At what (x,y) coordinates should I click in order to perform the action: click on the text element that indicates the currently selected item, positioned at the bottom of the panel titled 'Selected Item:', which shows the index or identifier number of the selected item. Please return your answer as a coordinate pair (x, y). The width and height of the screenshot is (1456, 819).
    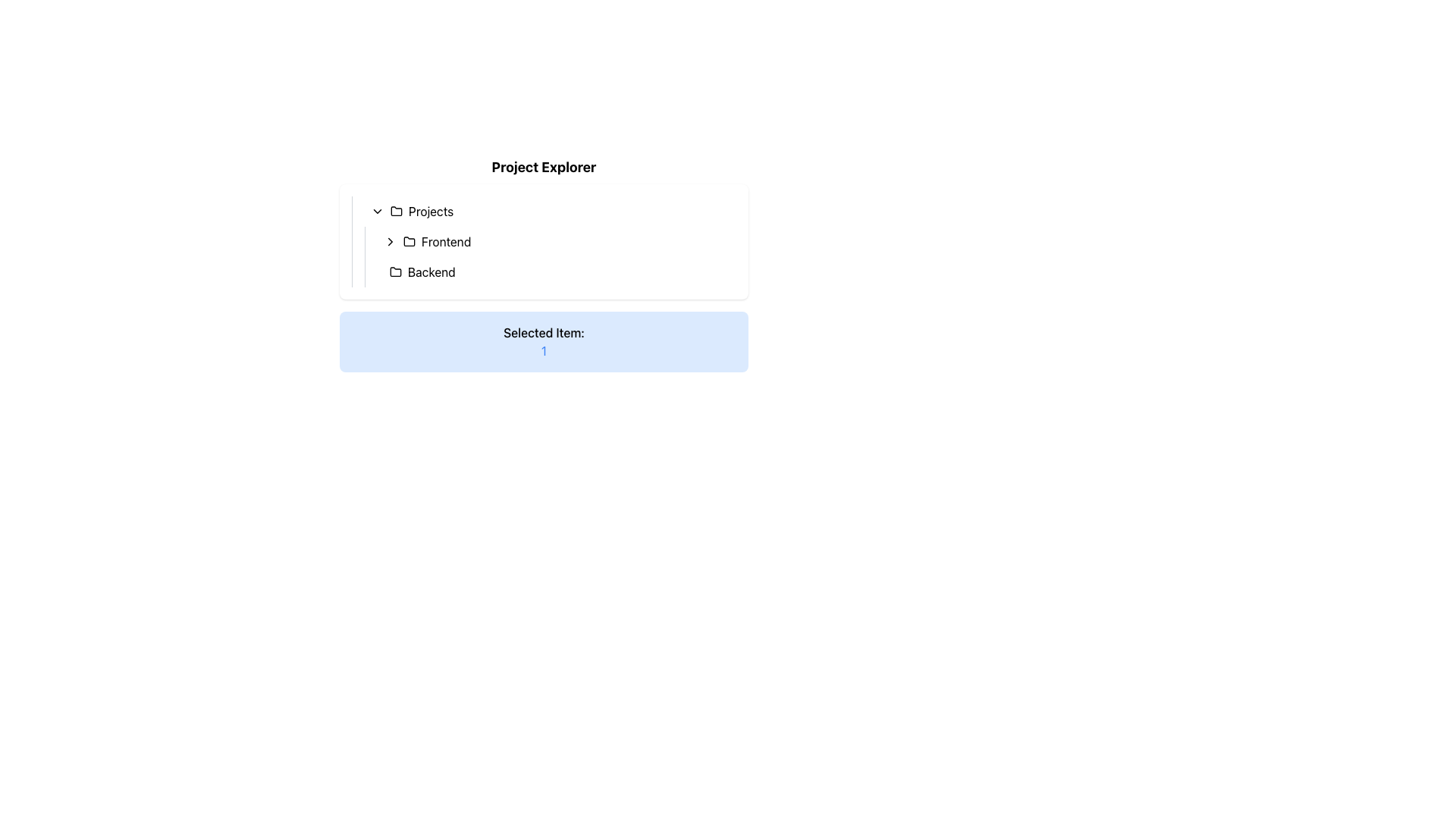
    Looking at the image, I should click on (544, 350).